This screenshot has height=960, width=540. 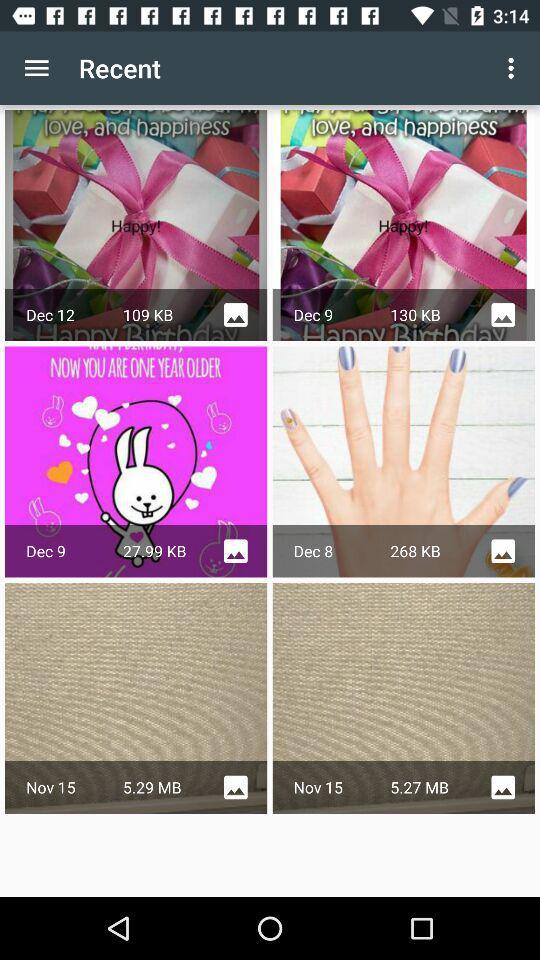 I want to click on app next to recent app, so click(x=36, y=68).